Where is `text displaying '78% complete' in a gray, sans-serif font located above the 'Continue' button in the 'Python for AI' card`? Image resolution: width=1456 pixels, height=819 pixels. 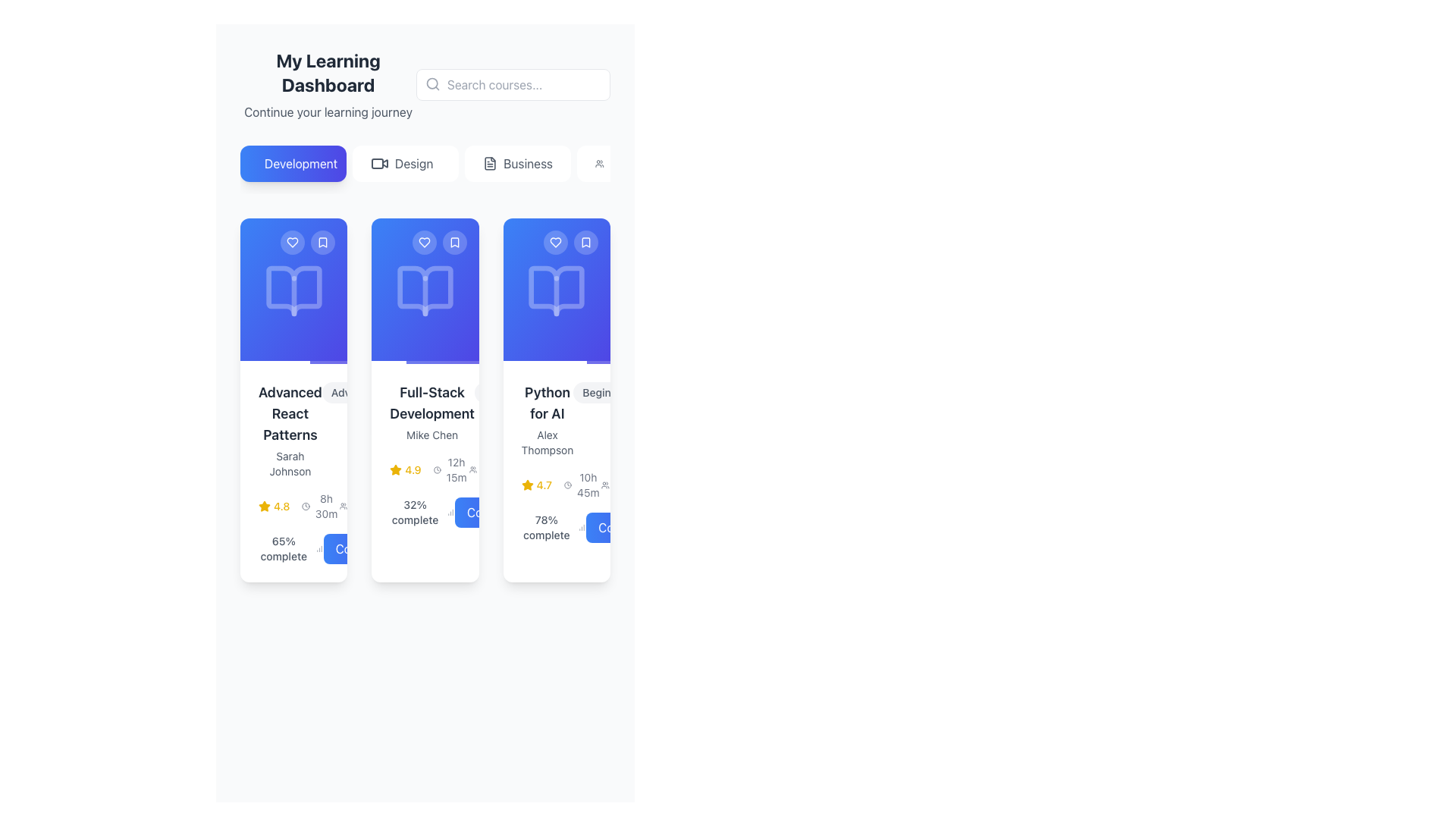
text displaying '78% complete' in a gray, sans-serif font located above the 'Continue' button in the 'Python for AI' card is located at coordinates (553, 526).